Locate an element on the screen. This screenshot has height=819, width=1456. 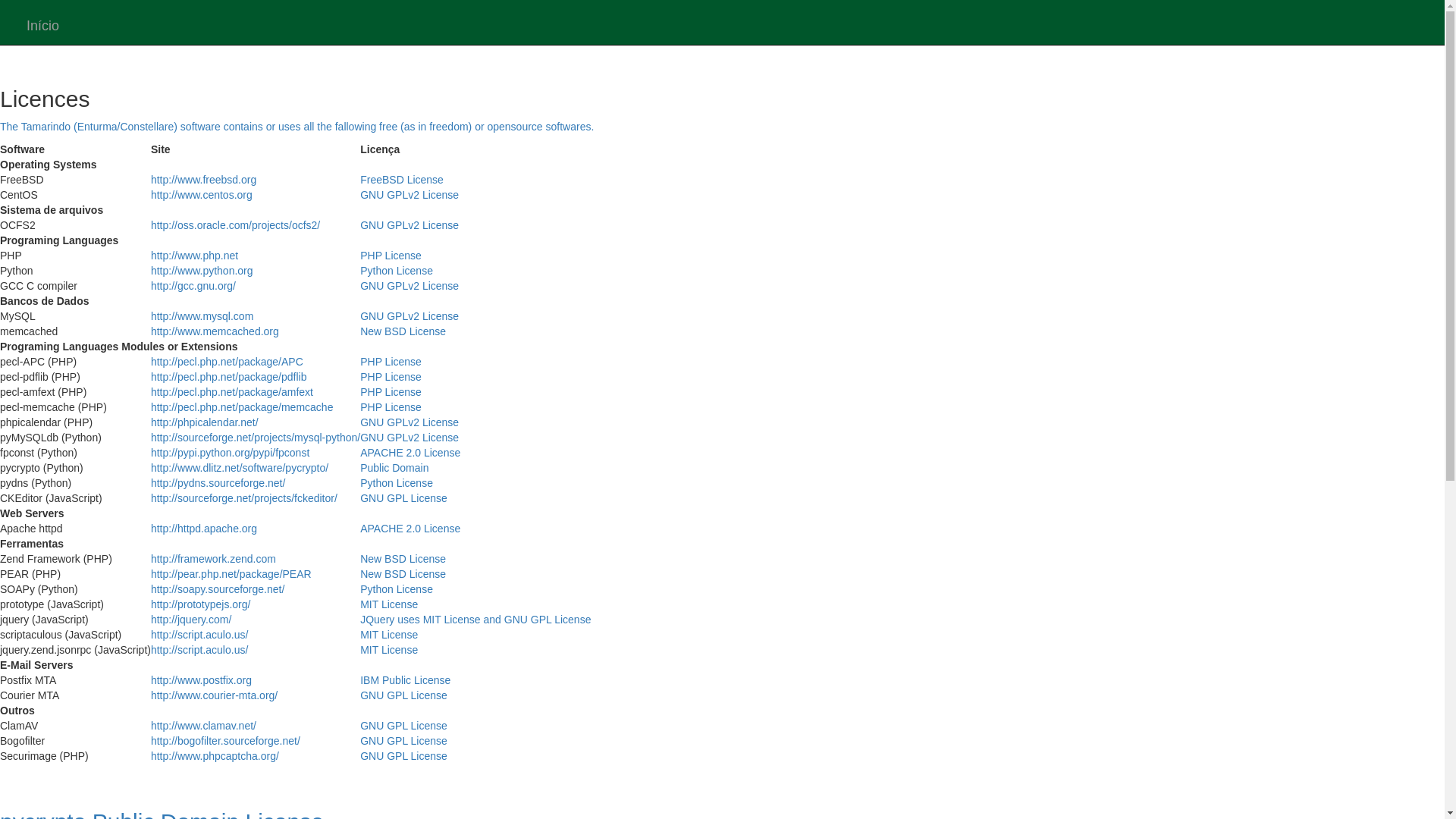
'http://jquery.com/' is located at coordinates (150, 620).